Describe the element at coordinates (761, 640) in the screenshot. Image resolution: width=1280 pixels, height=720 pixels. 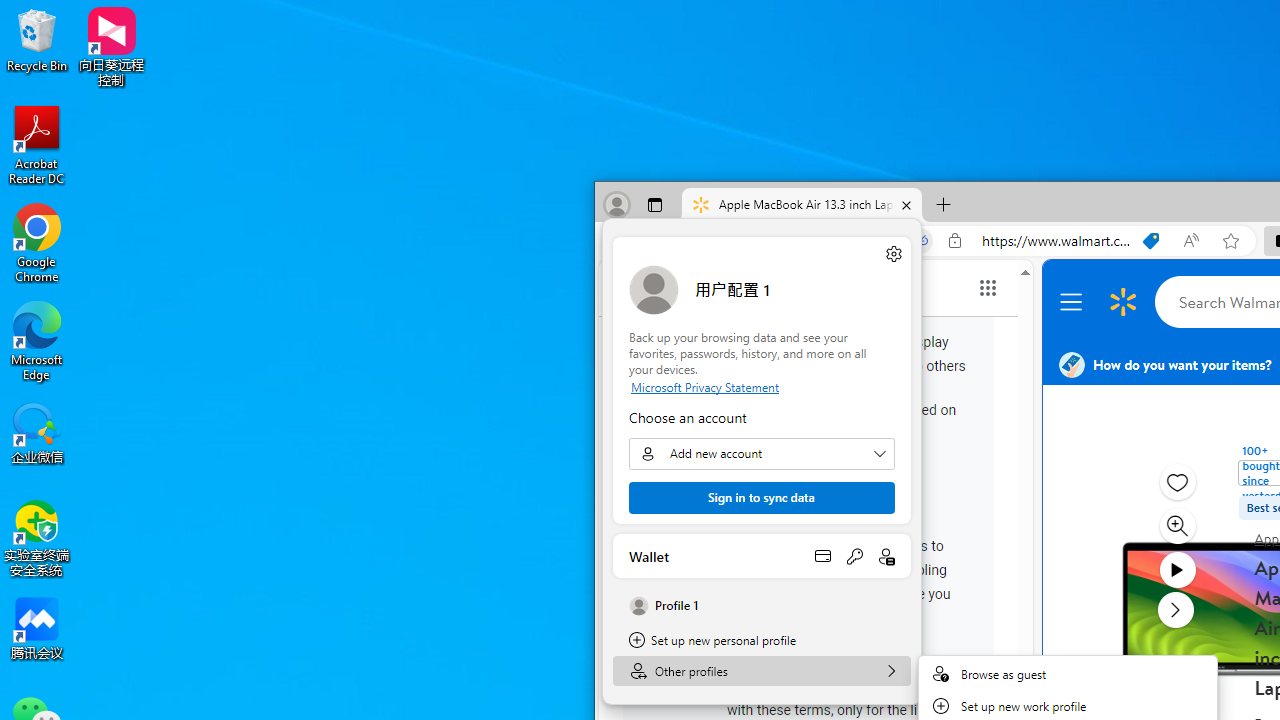
I see `'Set up new personal profile'` at that location.